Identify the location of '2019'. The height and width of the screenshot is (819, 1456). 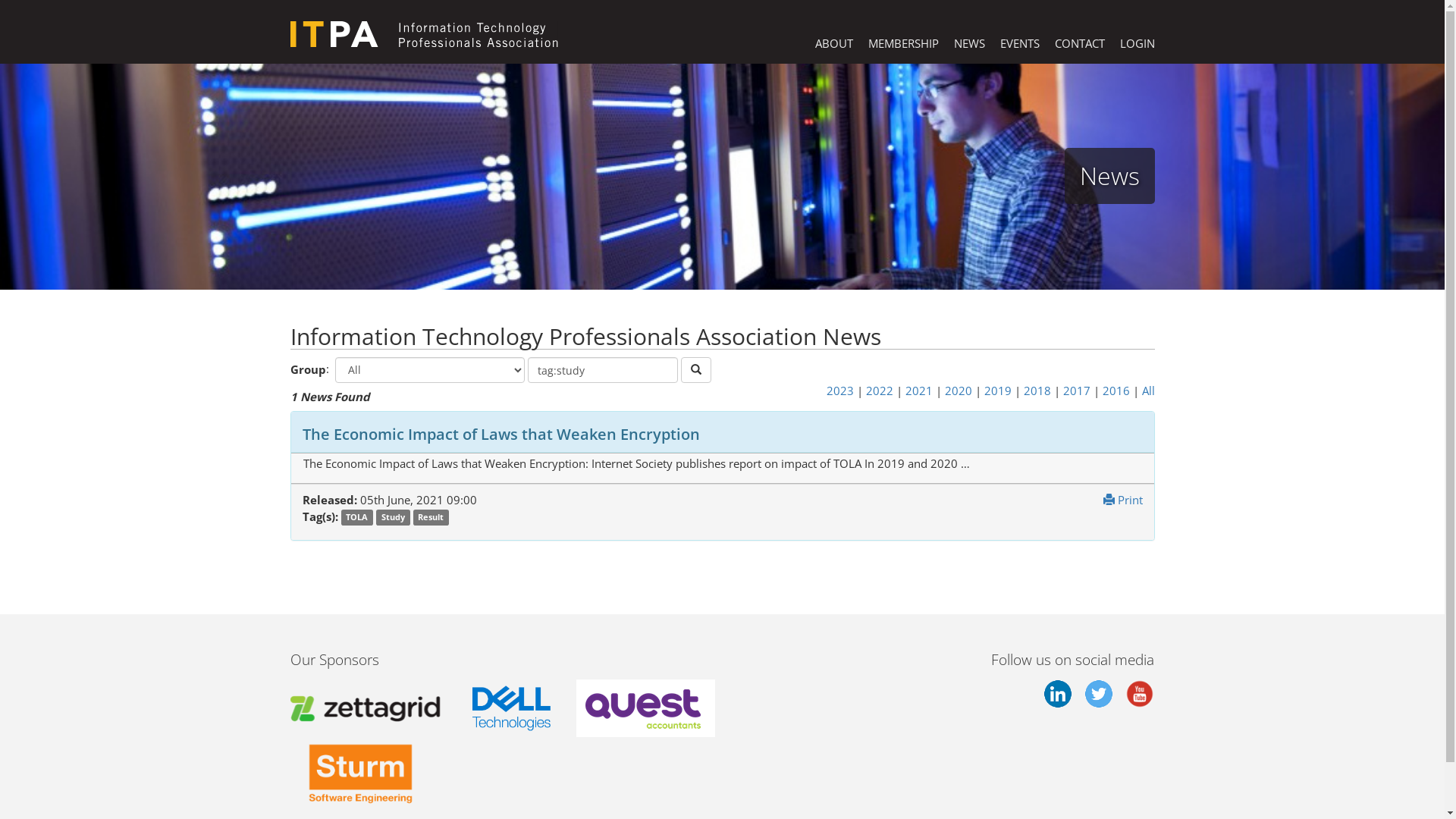
(997, 390).